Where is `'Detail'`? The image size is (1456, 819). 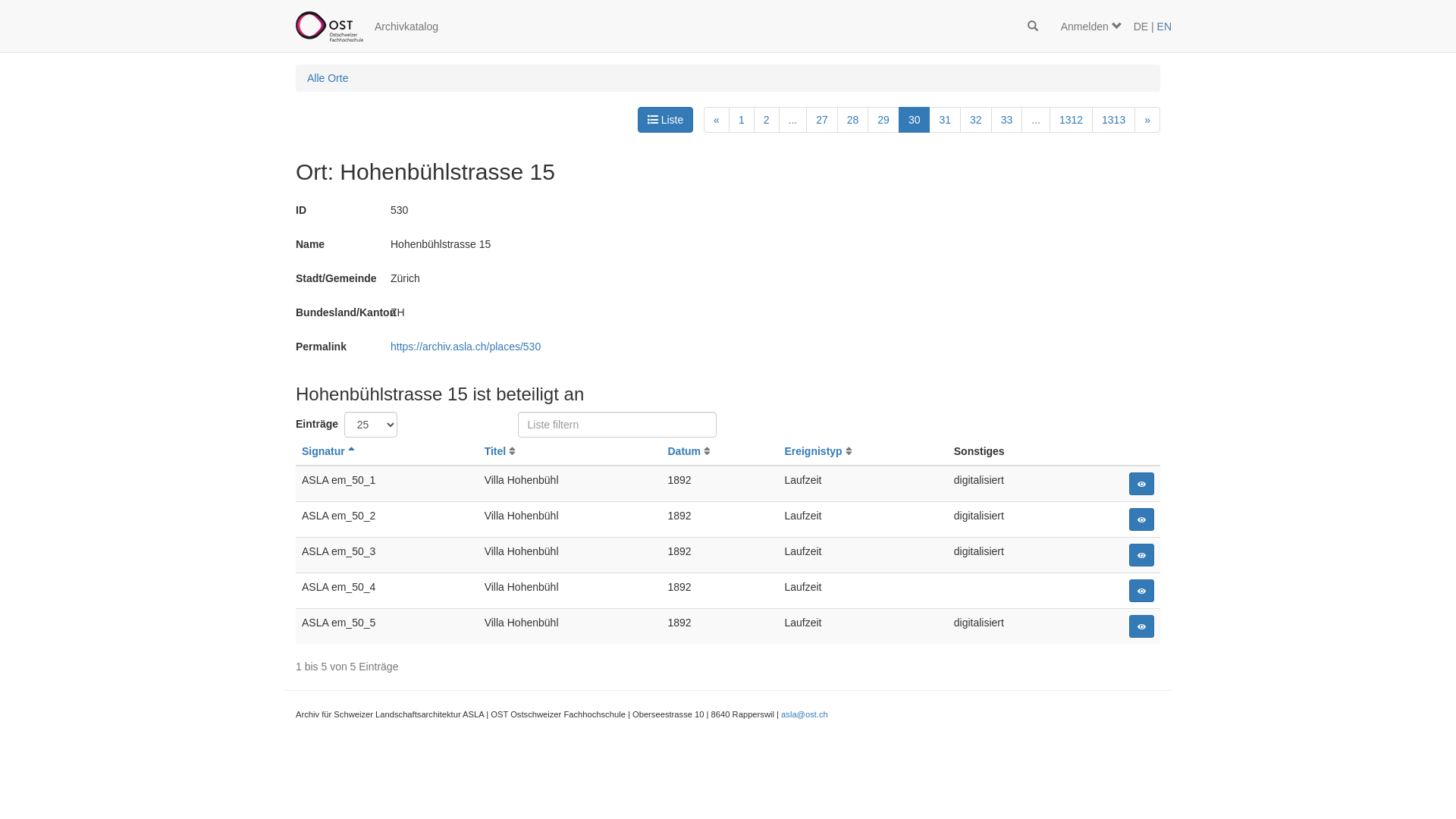
'Detail' is located at coordinates (1128, 590).